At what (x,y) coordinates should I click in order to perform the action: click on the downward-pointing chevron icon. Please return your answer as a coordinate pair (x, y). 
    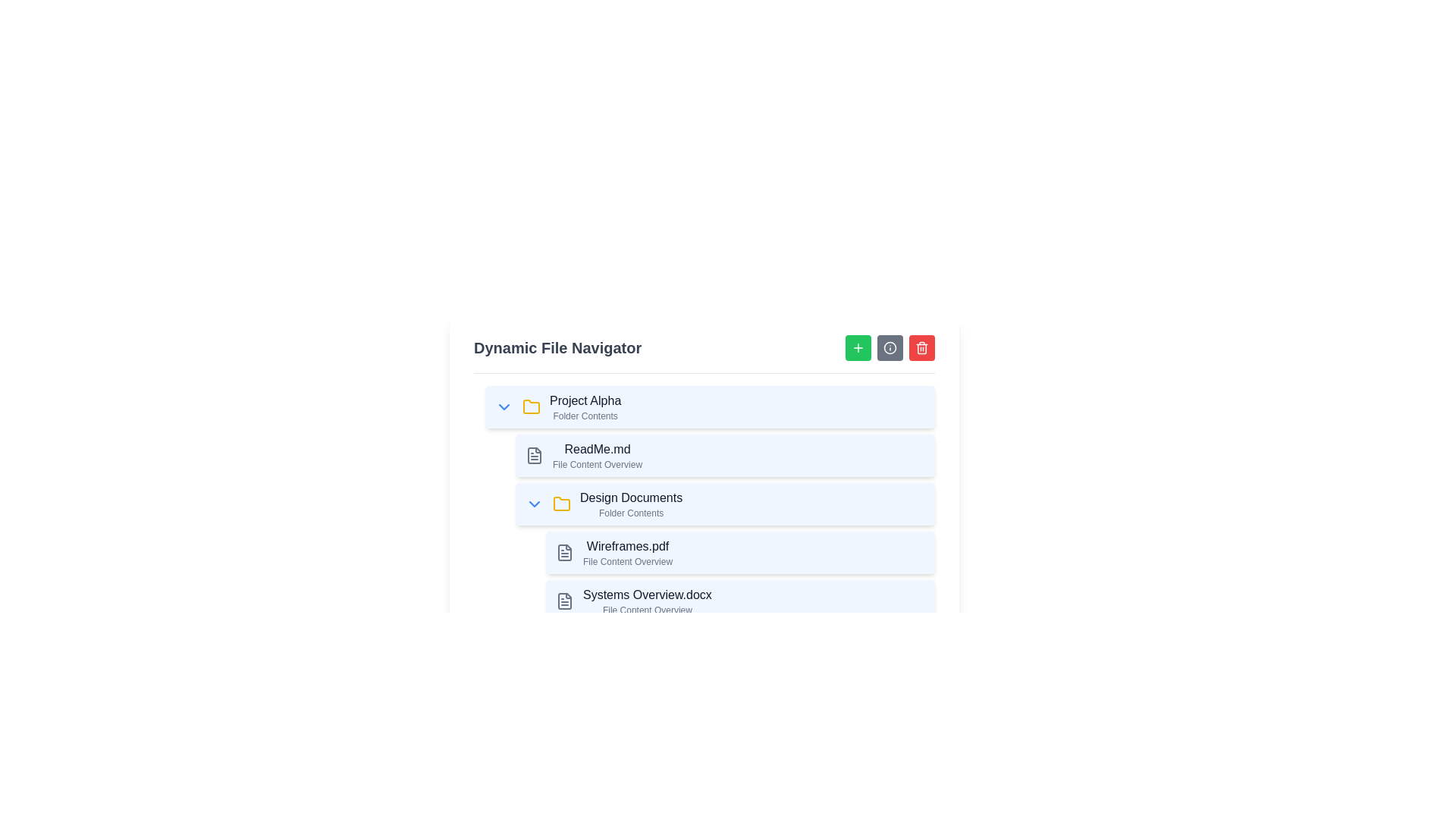
    Looking at the image, I should click on (504, 406).